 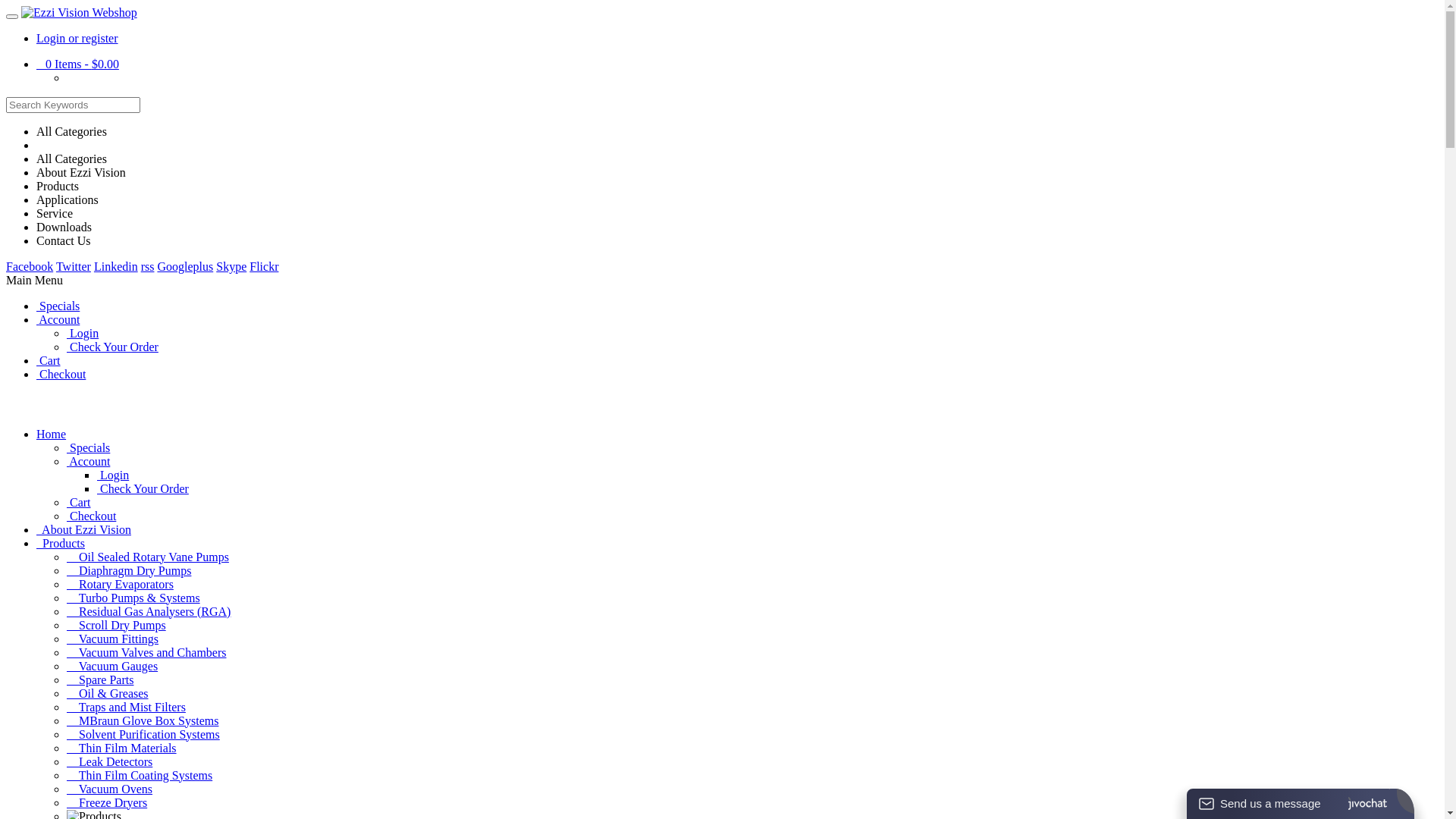 I want to click on '    Vacuum Valves and Chambers', so click(x=146, y=651).